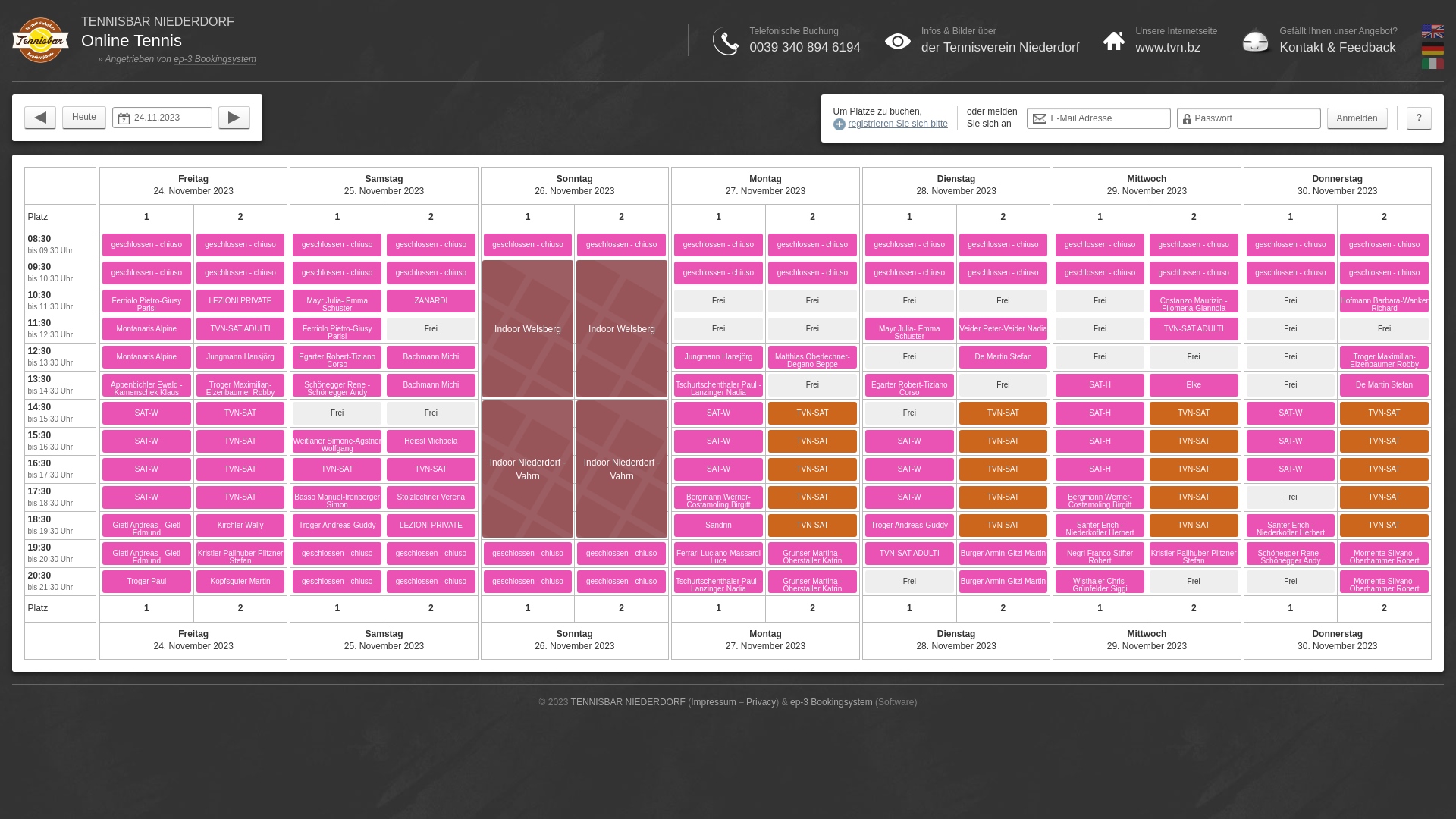  I want to click on 'registrieren Sie sich bitte', so click(832, 124).